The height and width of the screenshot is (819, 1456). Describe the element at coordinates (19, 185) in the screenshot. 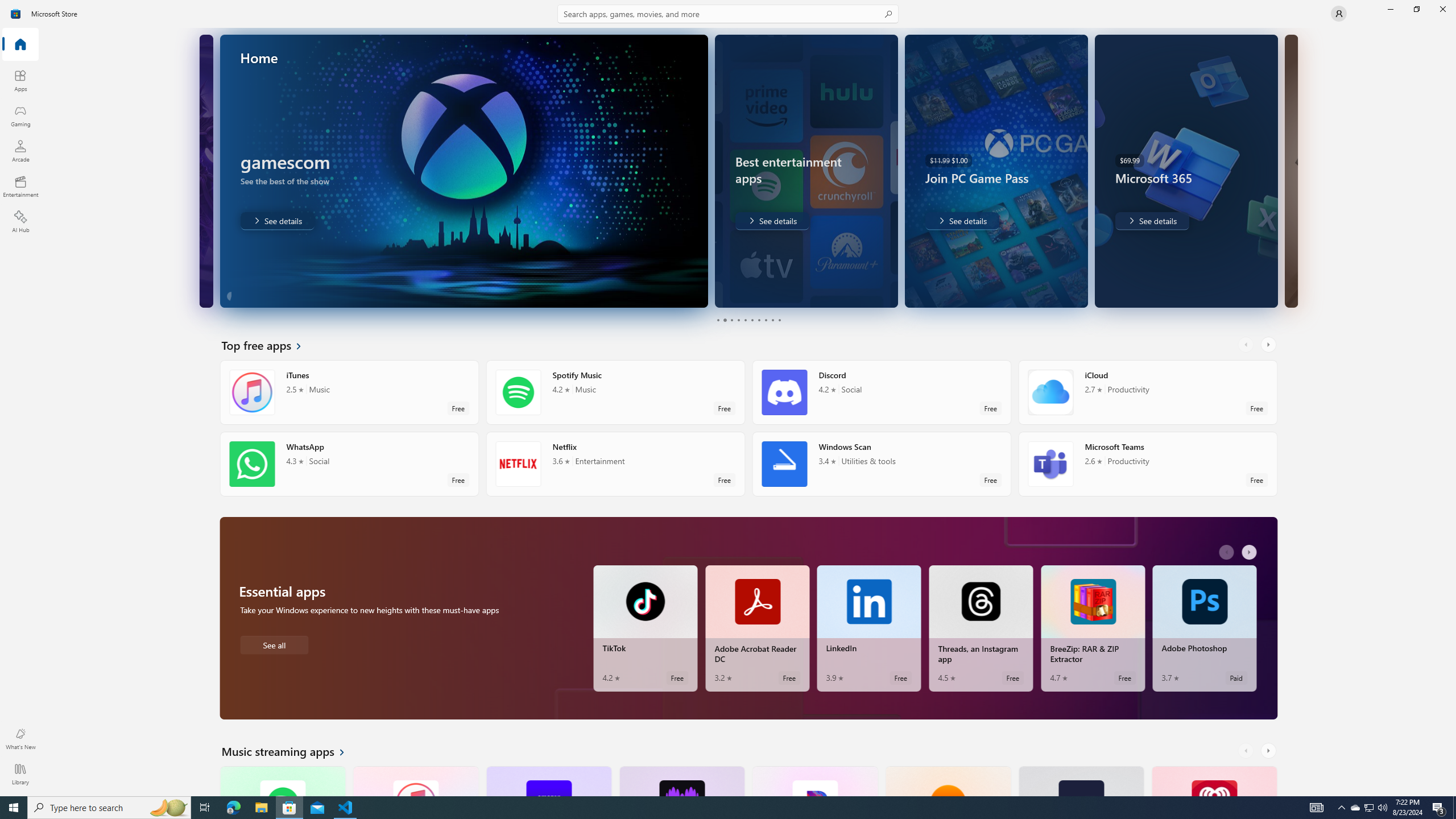

I see `'Entertainment'` at that location.